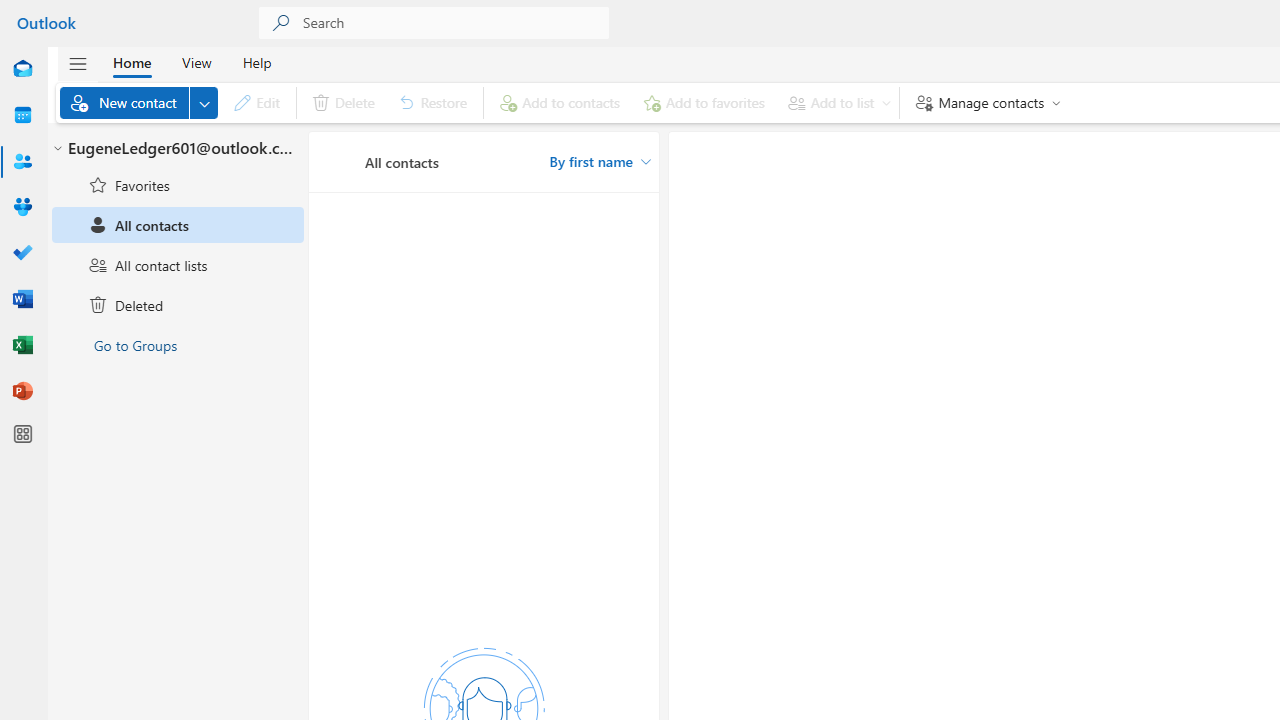  Describe the element at coordinates (255, 102) in the screenshot. I see `'Edit'` at that location.